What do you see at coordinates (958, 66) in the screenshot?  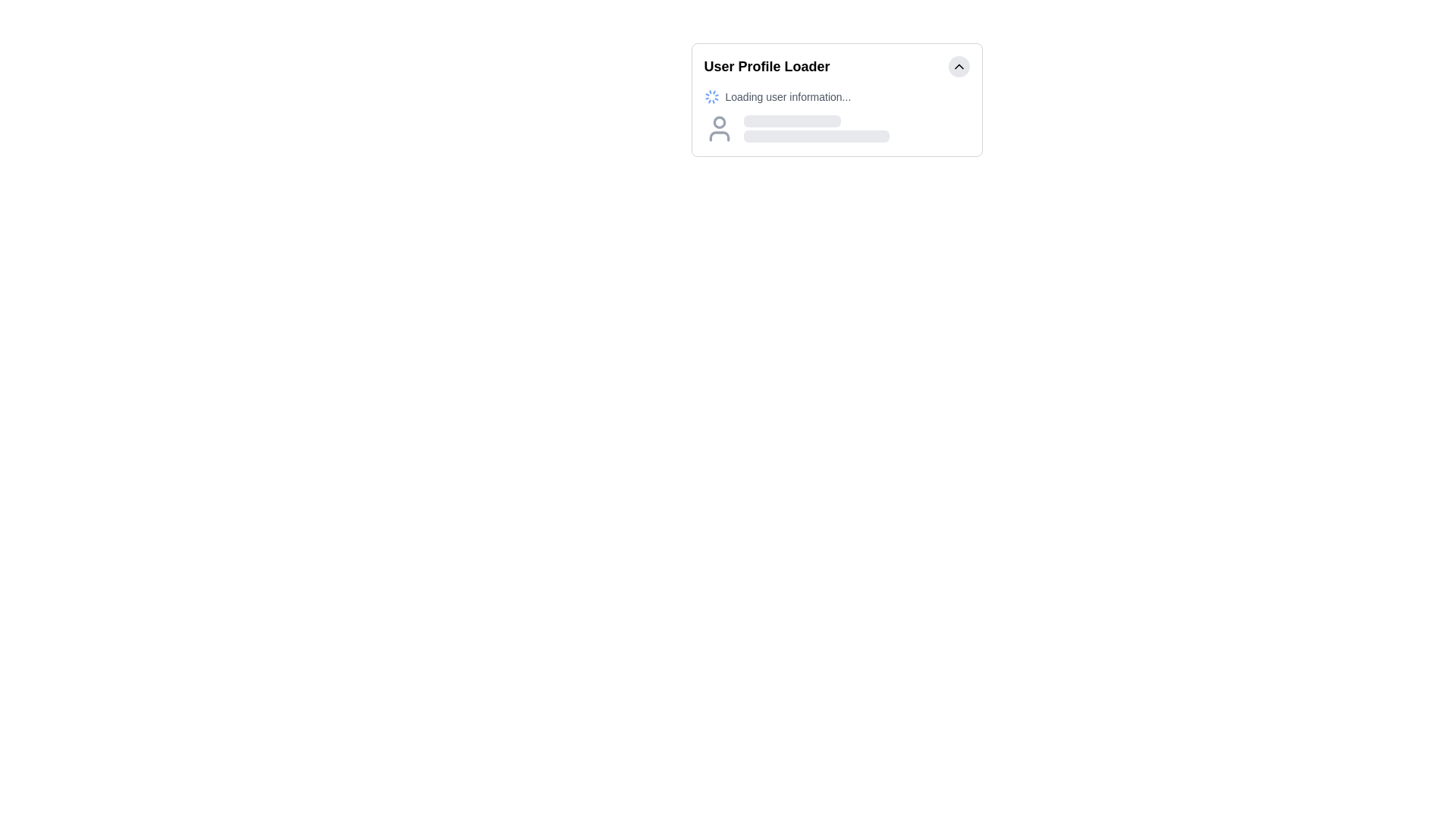 I see `the circular button containing the upwards-pointing chevron icon located at the top-right corner of the 'User Profile Loader' card` at bounding box center [958, 66].